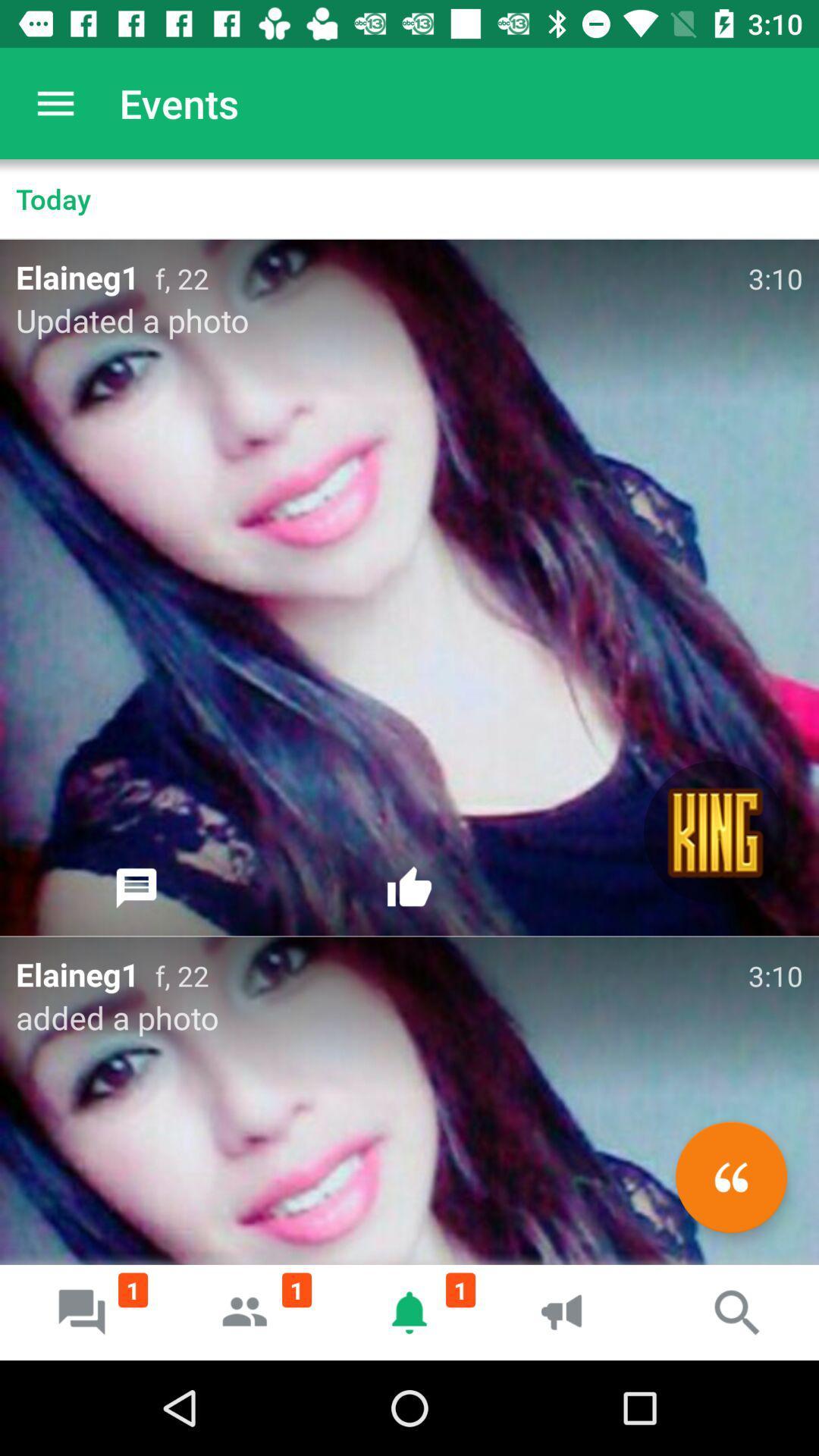 This screenshot has height=1456, width=819. I want to click on like button, so click(409, 888).